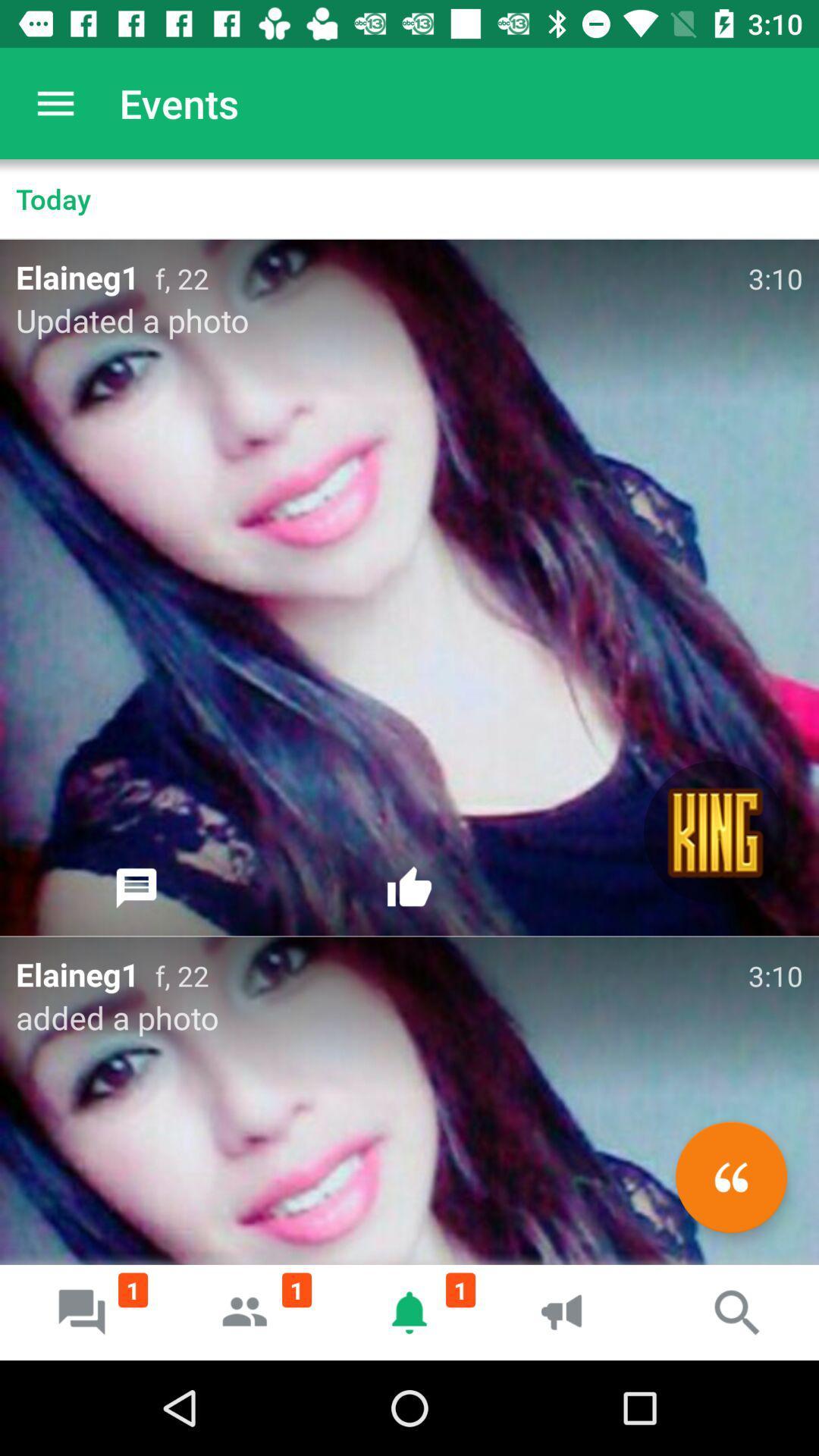 This screenshot has height=1456, width=819. I want to click on like button, so click(409, 888).